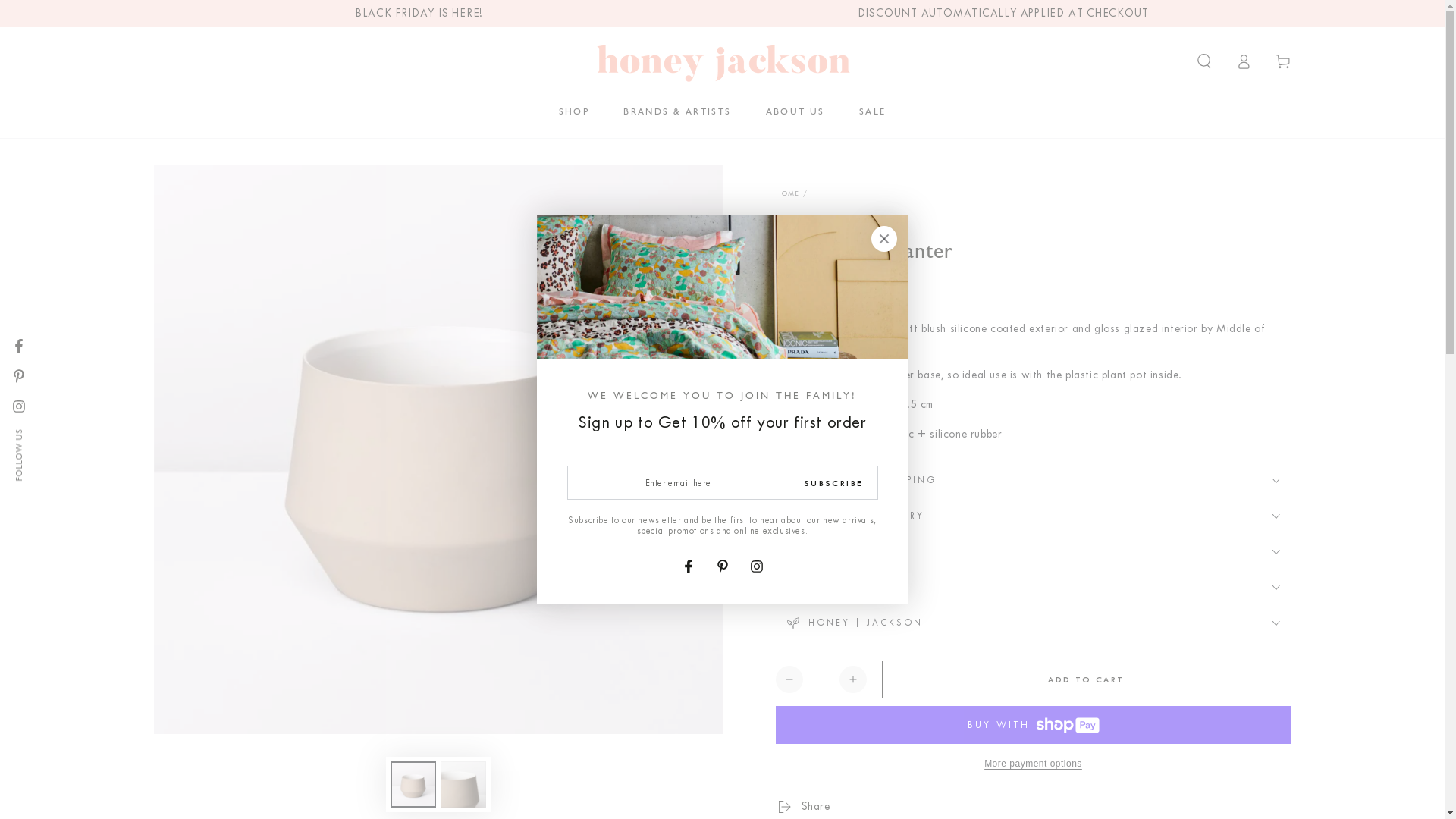 The width and height of the screenshot is (1456, 819). What do you see at coordinates (1084, 678) in the screenshot?
I see `'ADD TO CART'` at bounding box center [1084, 678].